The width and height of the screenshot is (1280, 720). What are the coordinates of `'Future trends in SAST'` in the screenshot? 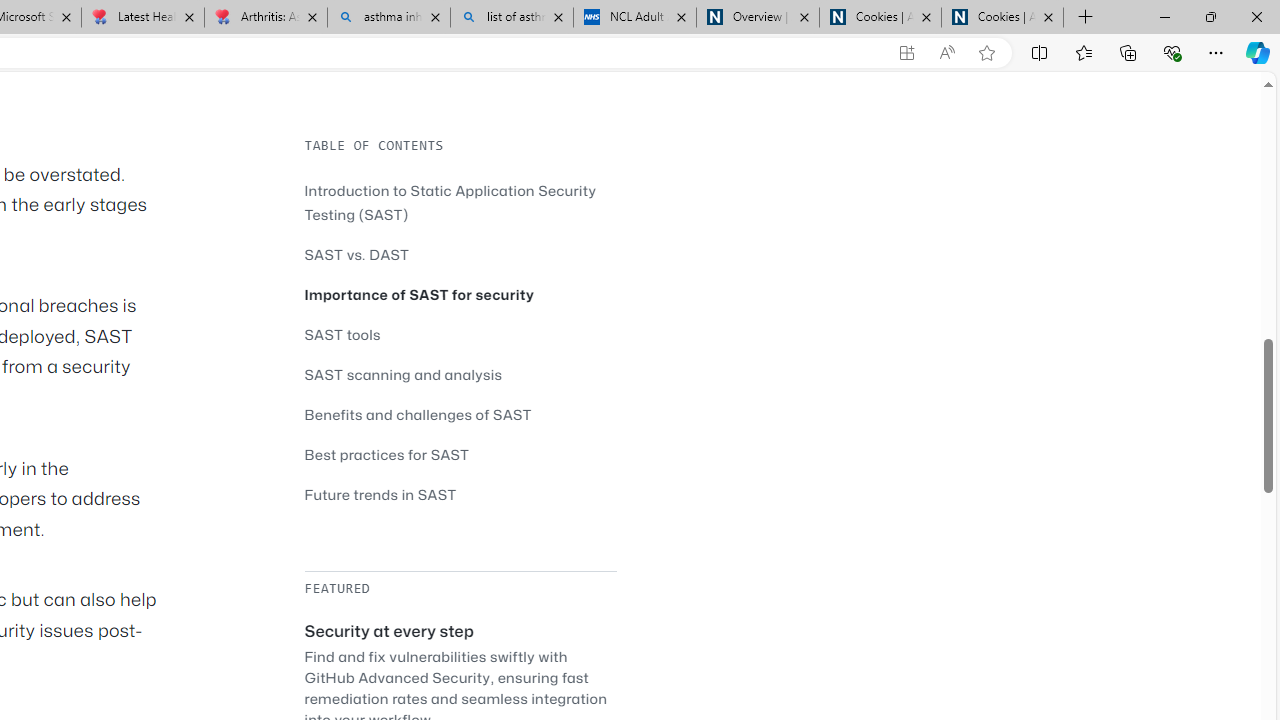 It's located at (380, 494).